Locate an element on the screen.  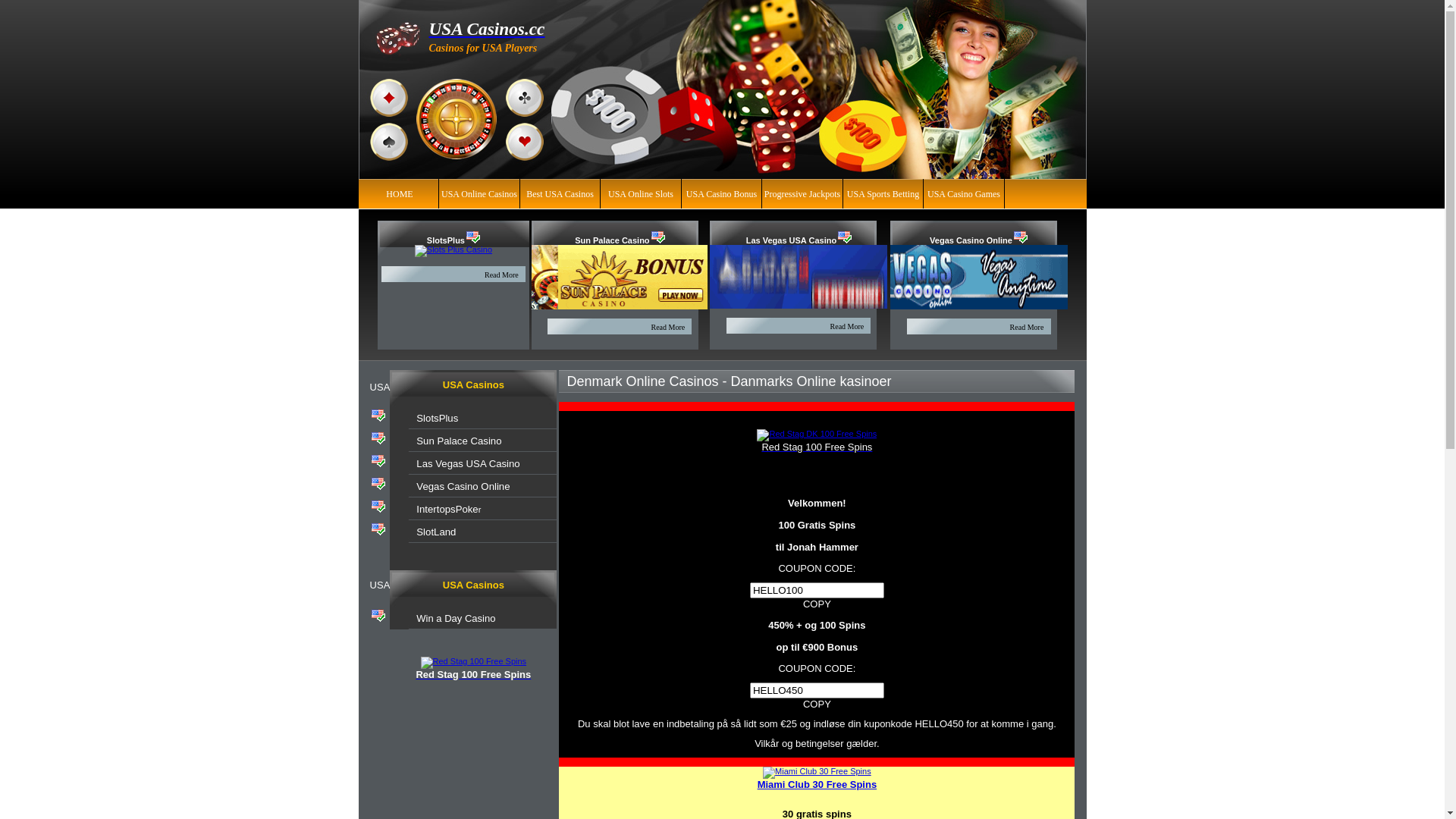
'USA Online Slots' is located at coordinates (640, 192).